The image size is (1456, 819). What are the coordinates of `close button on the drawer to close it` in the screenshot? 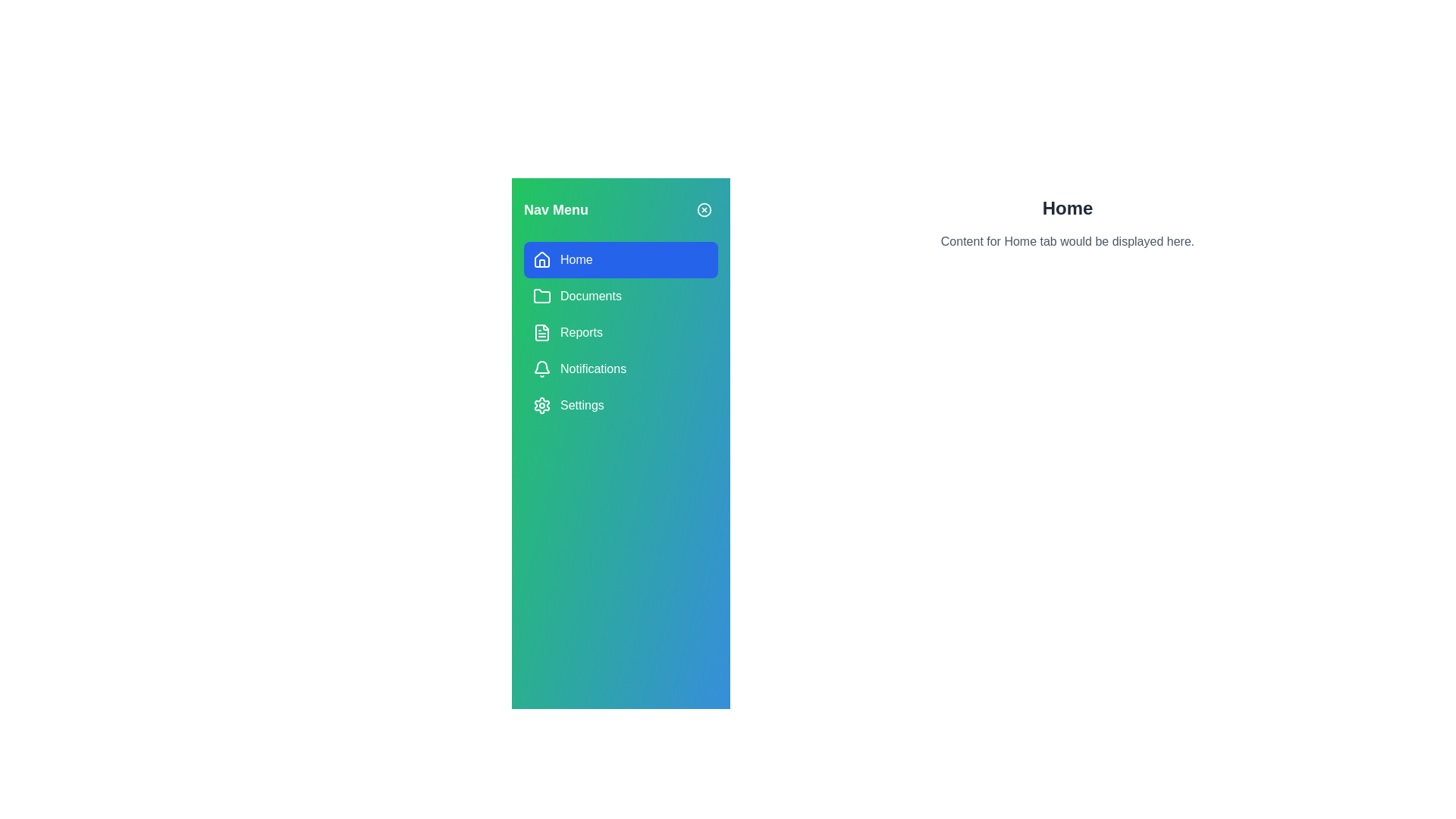 It's located at (704, 210).